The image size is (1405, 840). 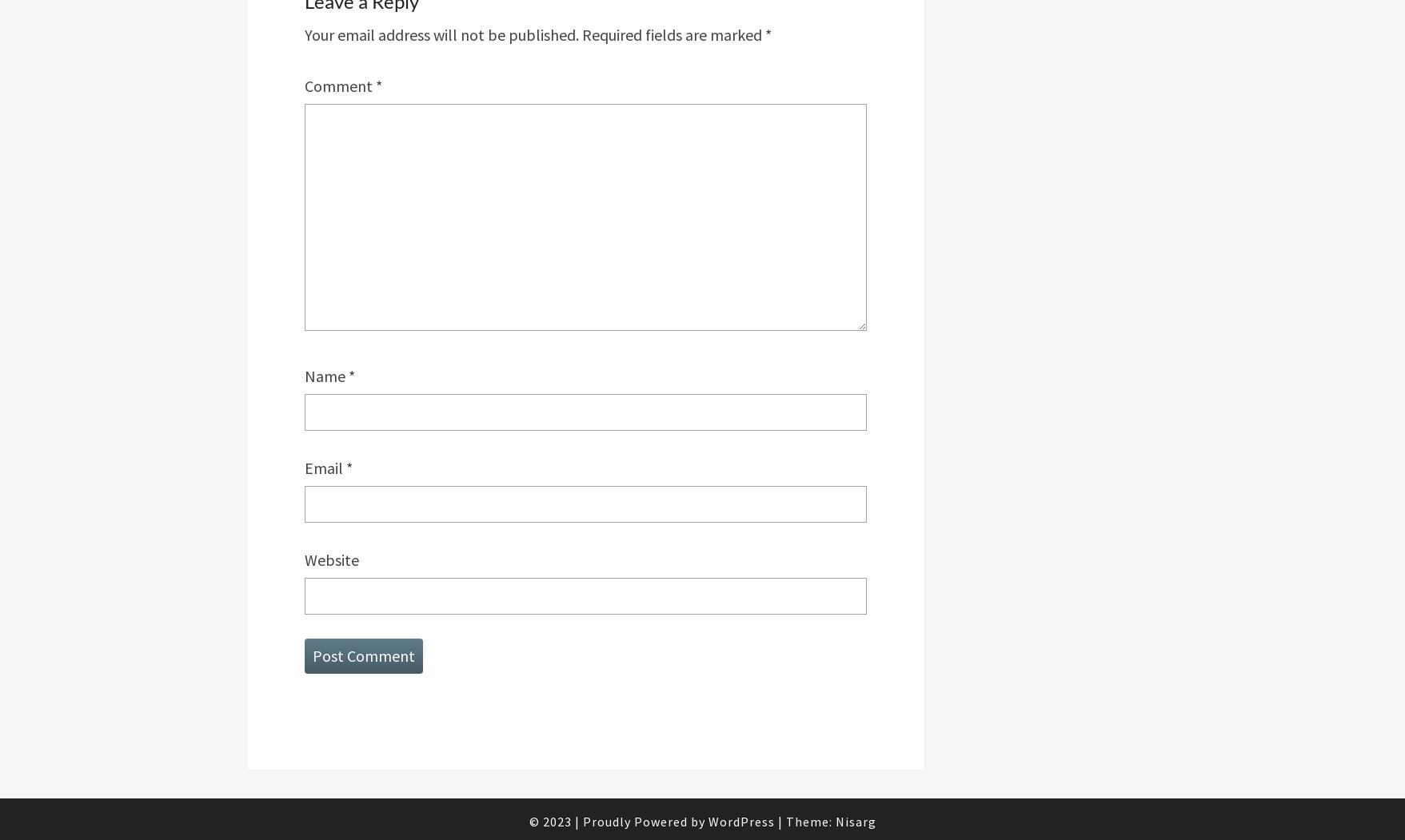 What do you see at coordinates (338, 85) in the screenshot?
I see `'Comment'` at bounding box center [338, 85].